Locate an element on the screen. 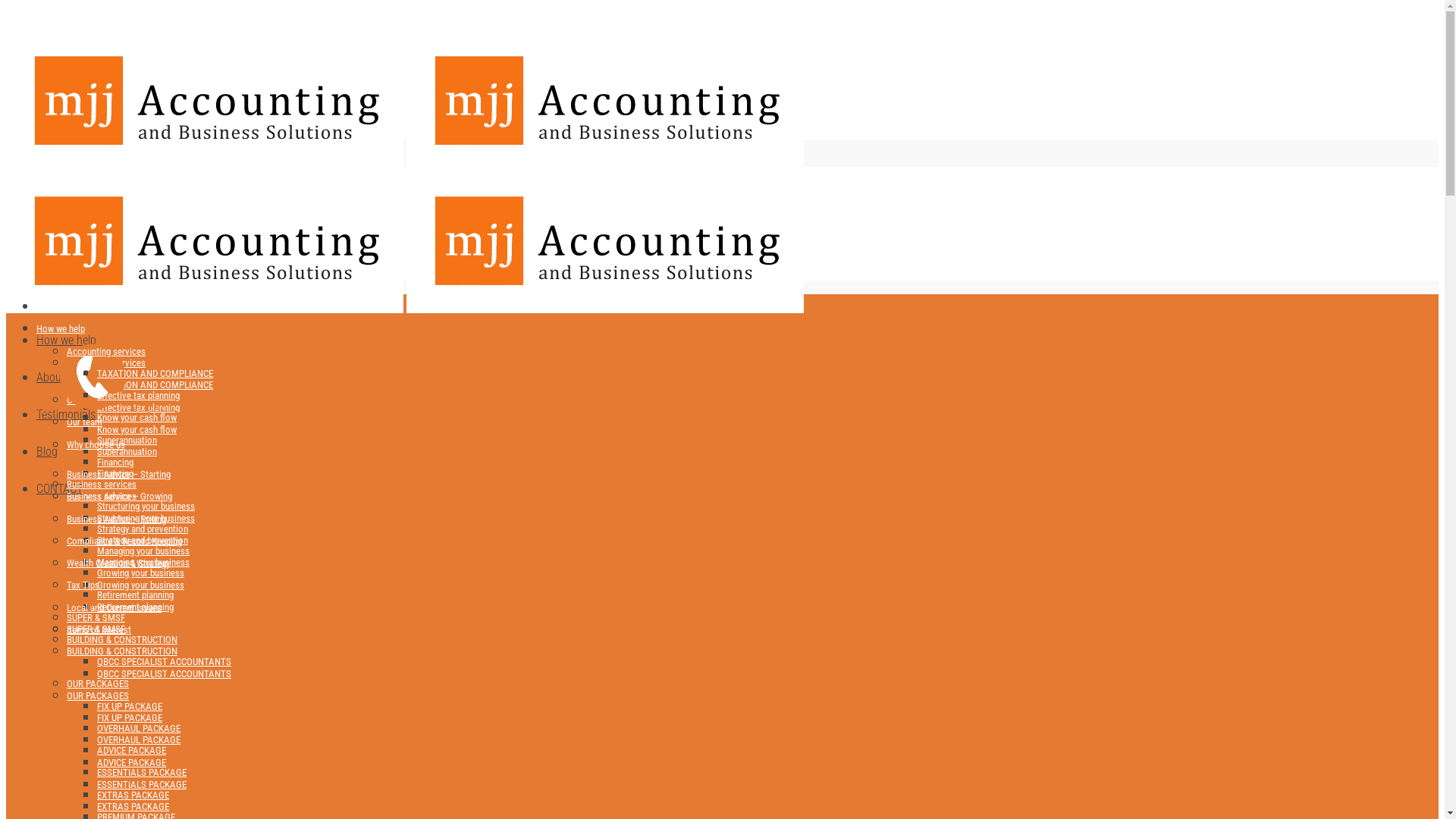  'ESSENTIALS PACKAGE' is located at coordinates (96, 772).